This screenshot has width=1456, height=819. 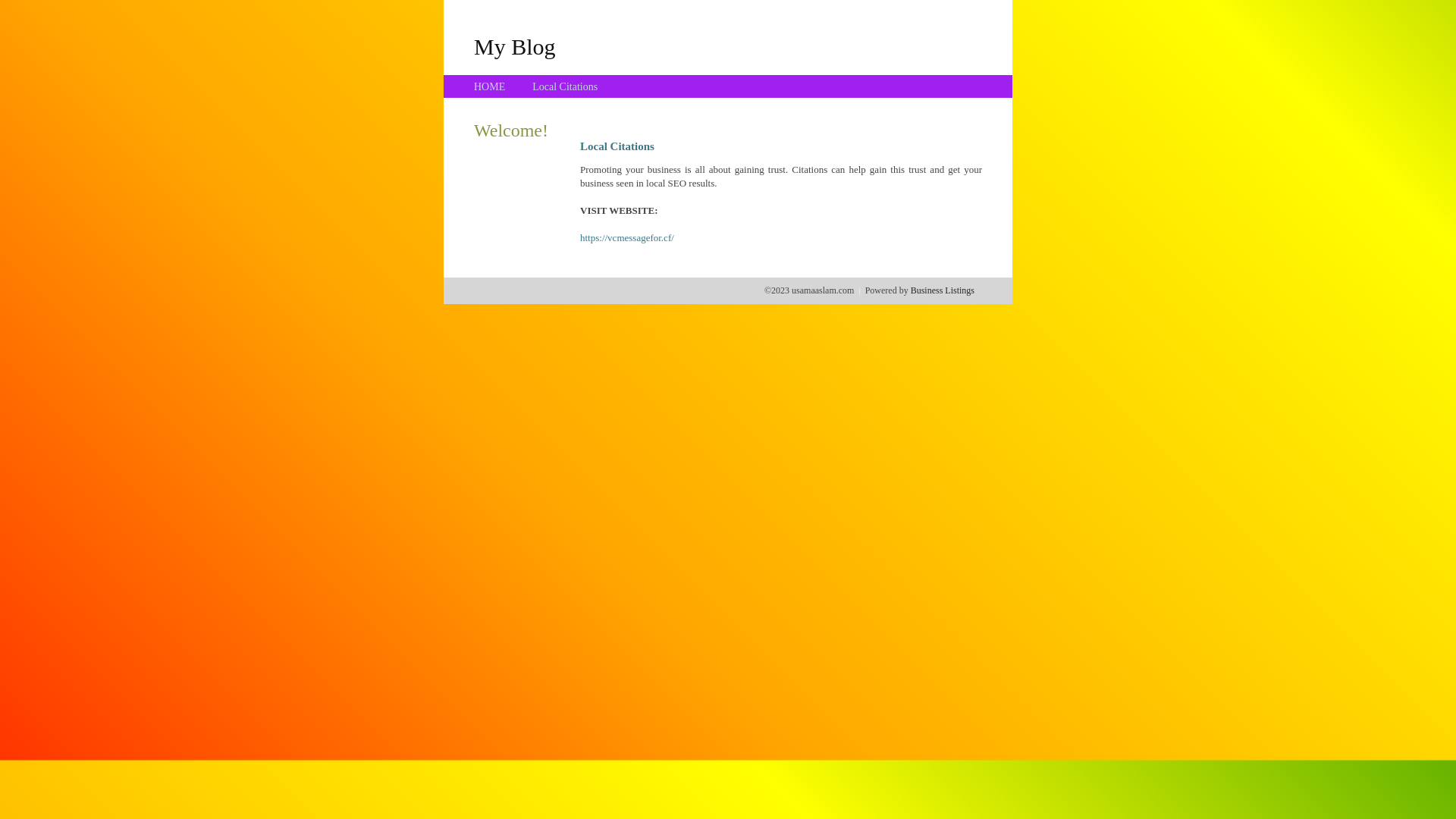 What do you see at coordinates (626, 237) in the screenshot?
I see `'https://vcmessagefor.cf/'` at bounding box center [626, 237].